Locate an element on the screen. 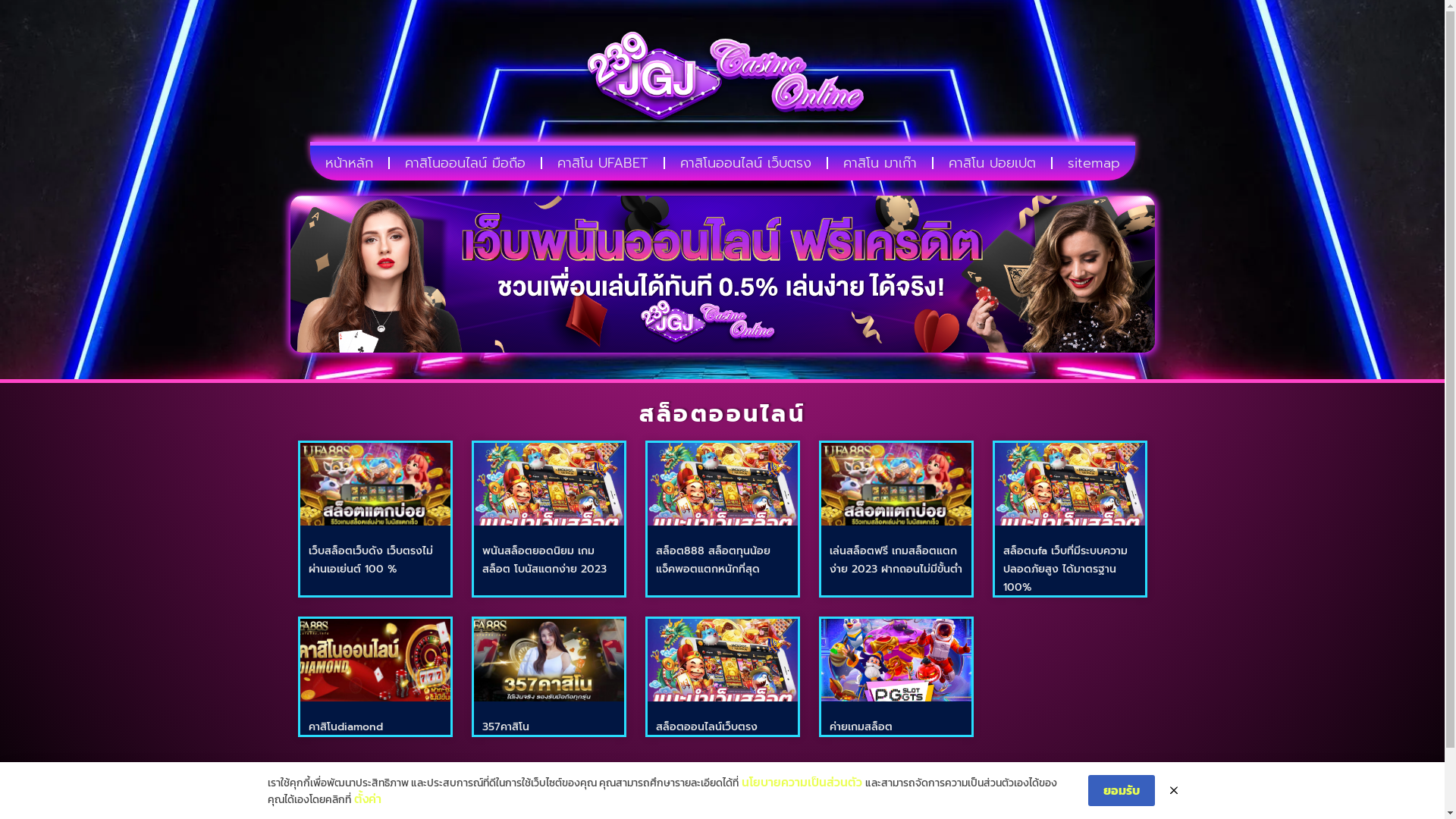 This screenshot has width=1456, height=819. 'sitemap' is located at coordinates (1094, 163).